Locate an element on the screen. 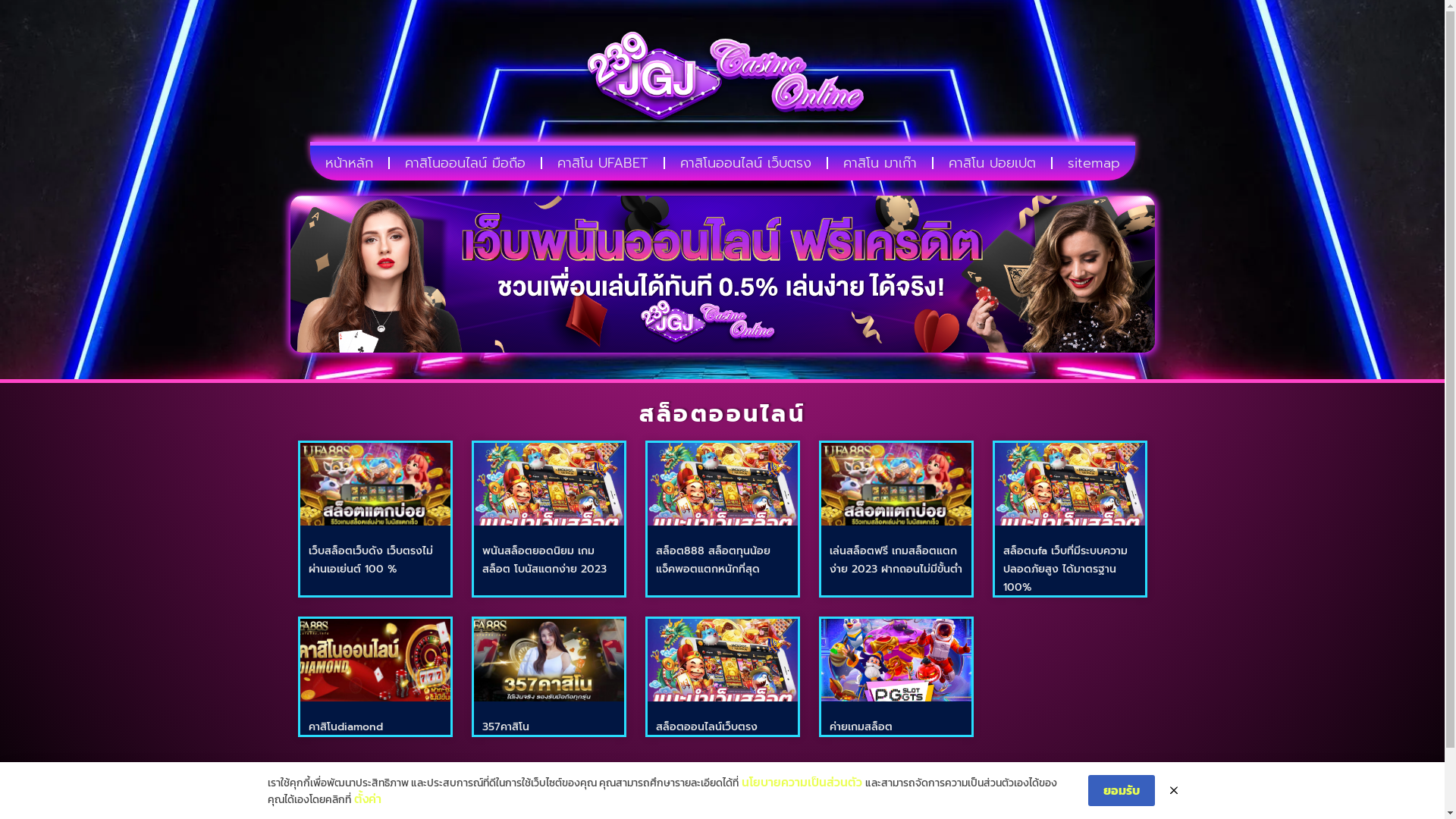 This screenshot has width=1456, height=819. 'sitemap' is located at coordinates (1094, 163).